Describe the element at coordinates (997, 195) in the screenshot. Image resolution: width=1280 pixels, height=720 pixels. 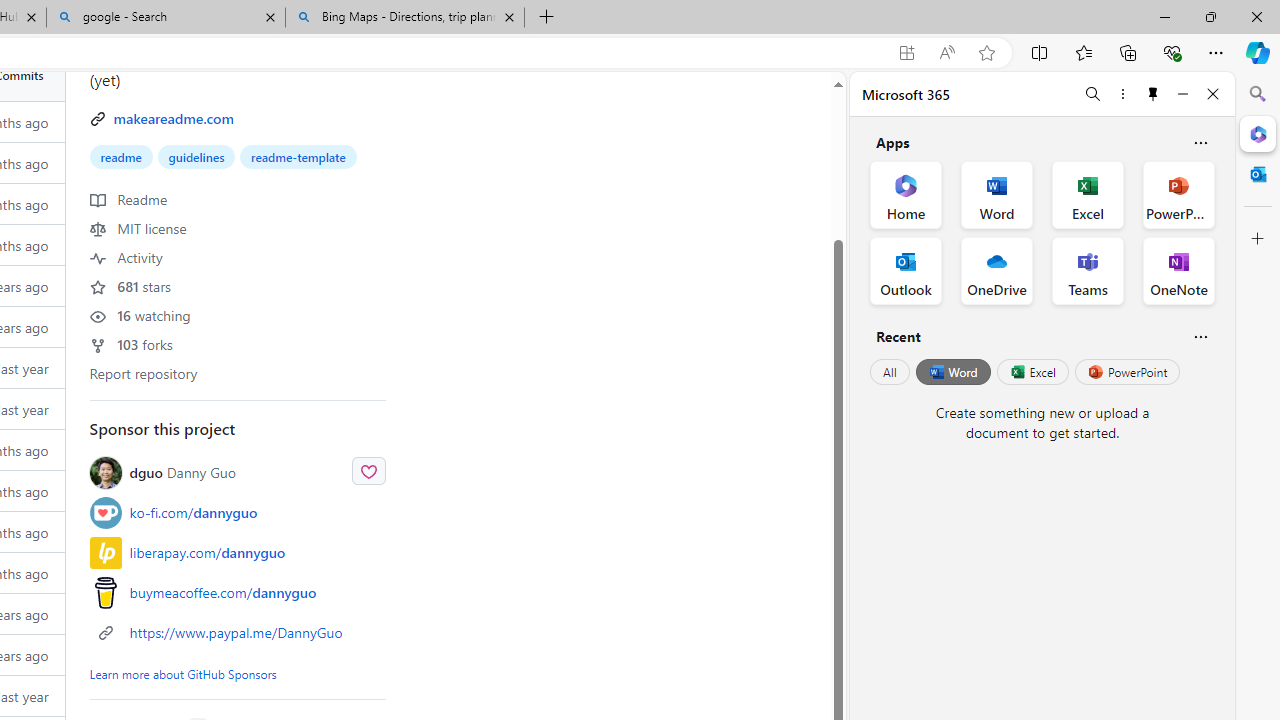
I see `'Word Office App'` at that location.